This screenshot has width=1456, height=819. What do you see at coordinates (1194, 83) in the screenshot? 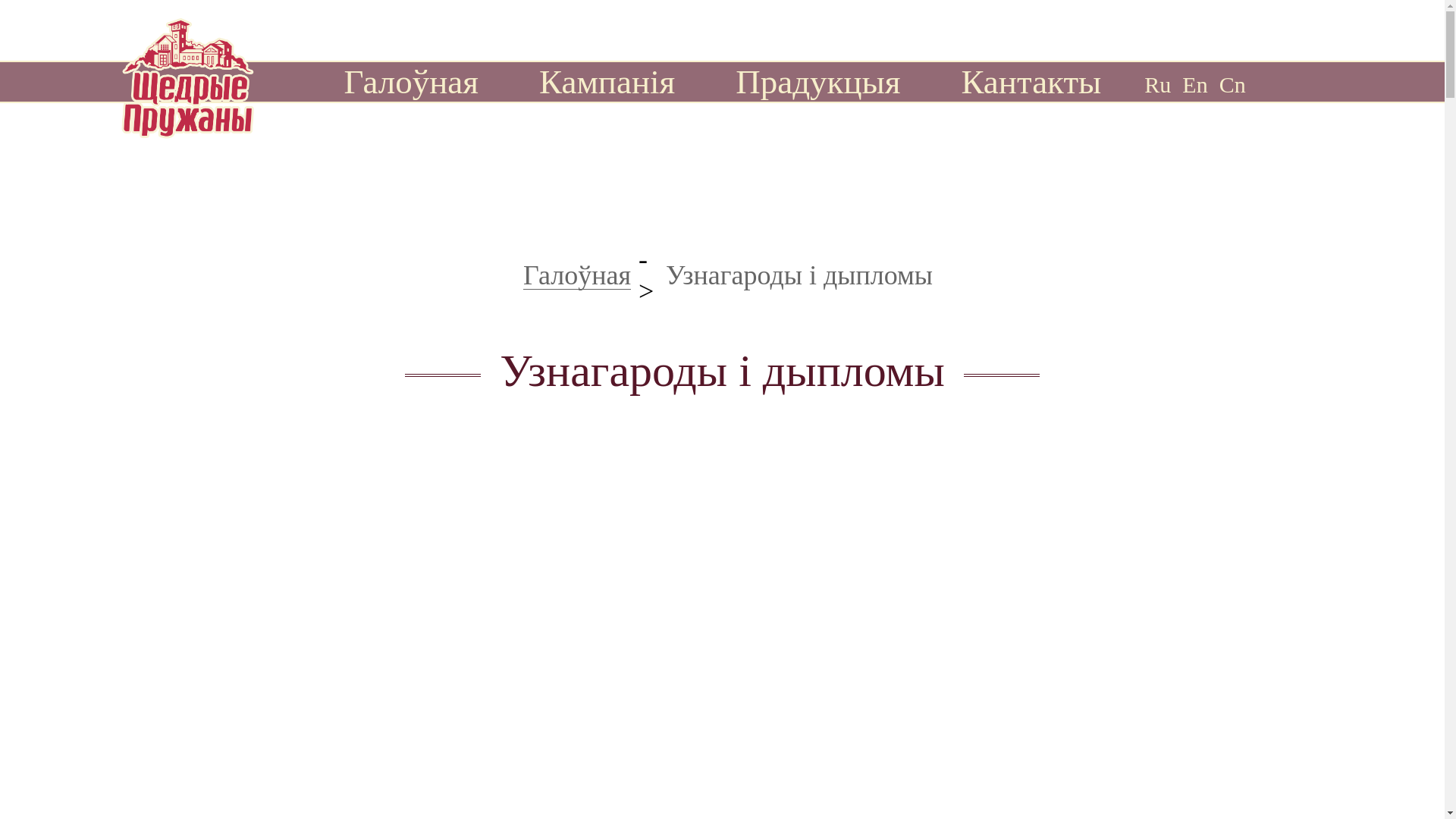
I see `'En'` at bounding box center [1194, 83].